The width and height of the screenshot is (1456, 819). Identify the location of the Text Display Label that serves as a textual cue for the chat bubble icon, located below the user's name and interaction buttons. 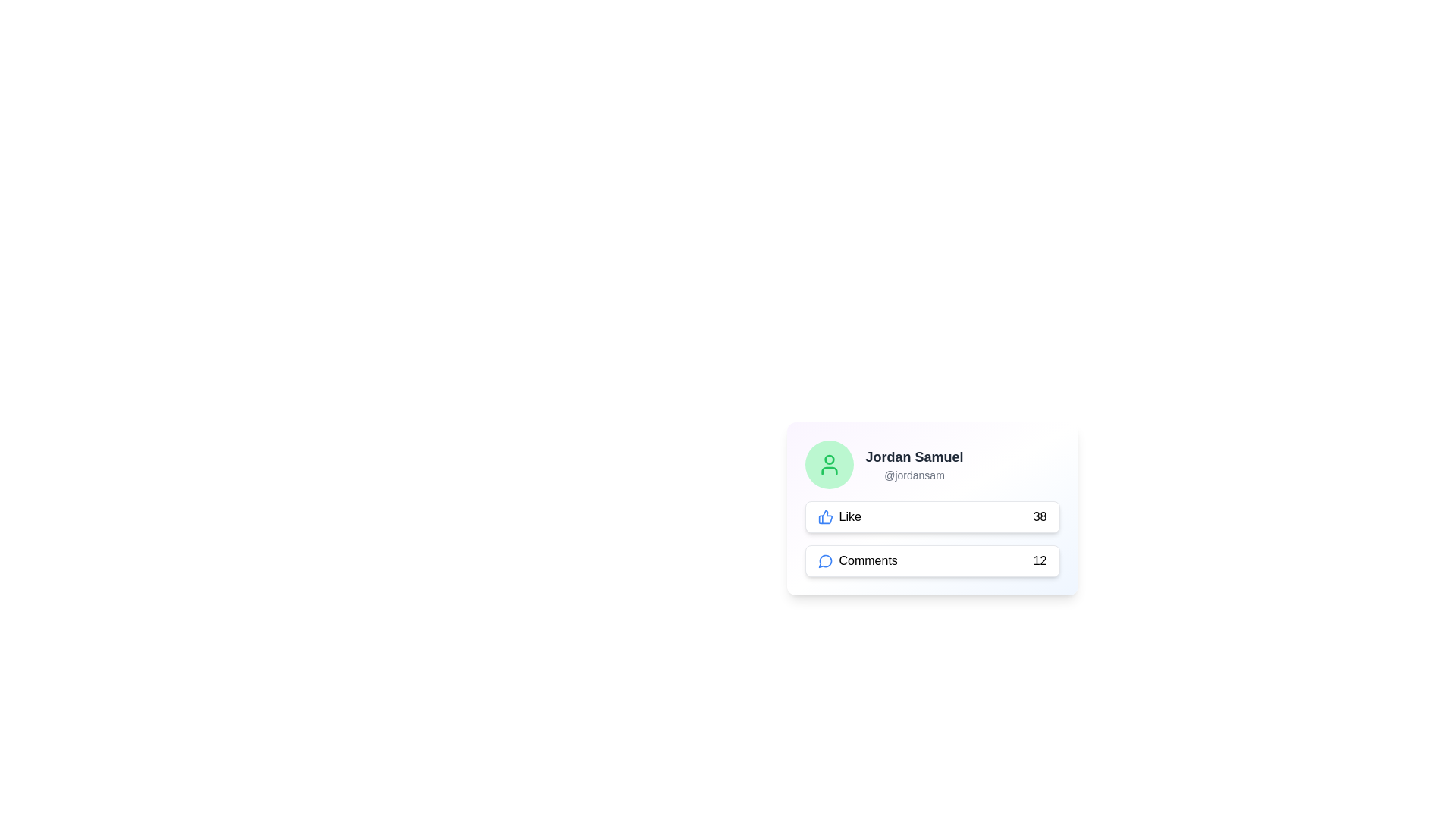
(868, 561).